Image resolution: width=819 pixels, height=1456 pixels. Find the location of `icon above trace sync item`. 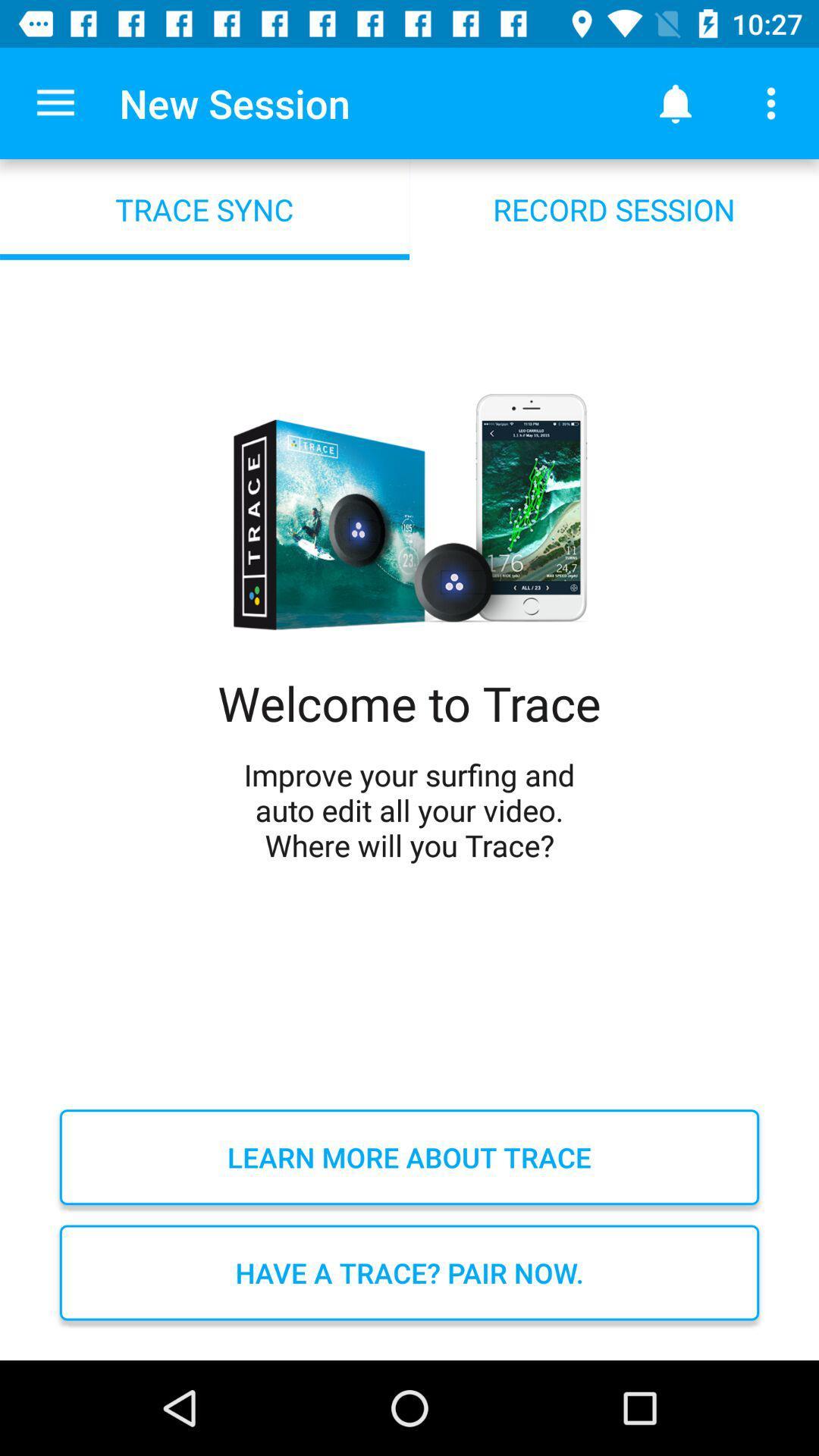

icon above trace sync item is located at coordinates (55, 102).